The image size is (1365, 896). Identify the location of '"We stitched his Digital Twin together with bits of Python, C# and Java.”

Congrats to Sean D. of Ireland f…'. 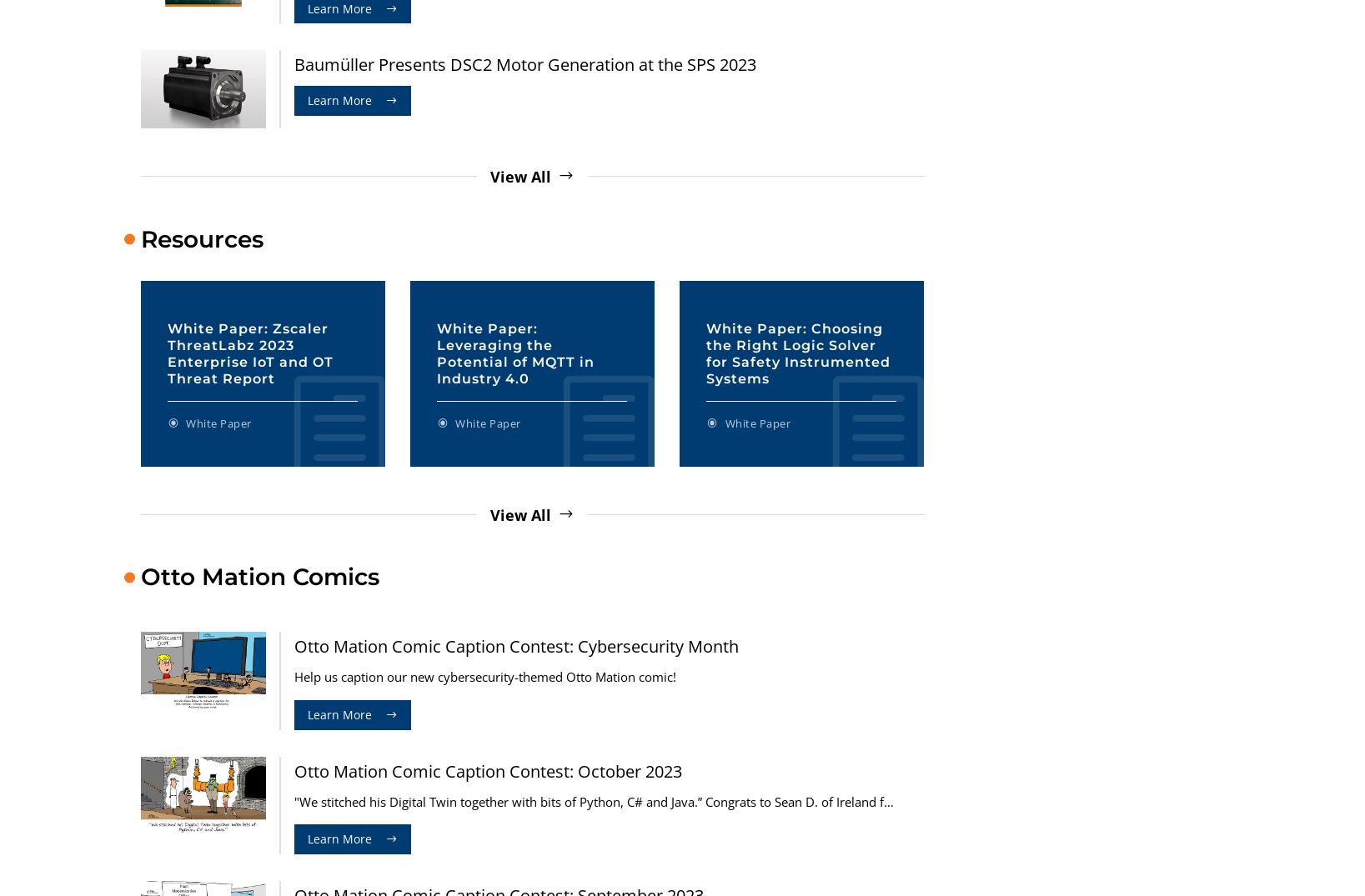
(593, 801).